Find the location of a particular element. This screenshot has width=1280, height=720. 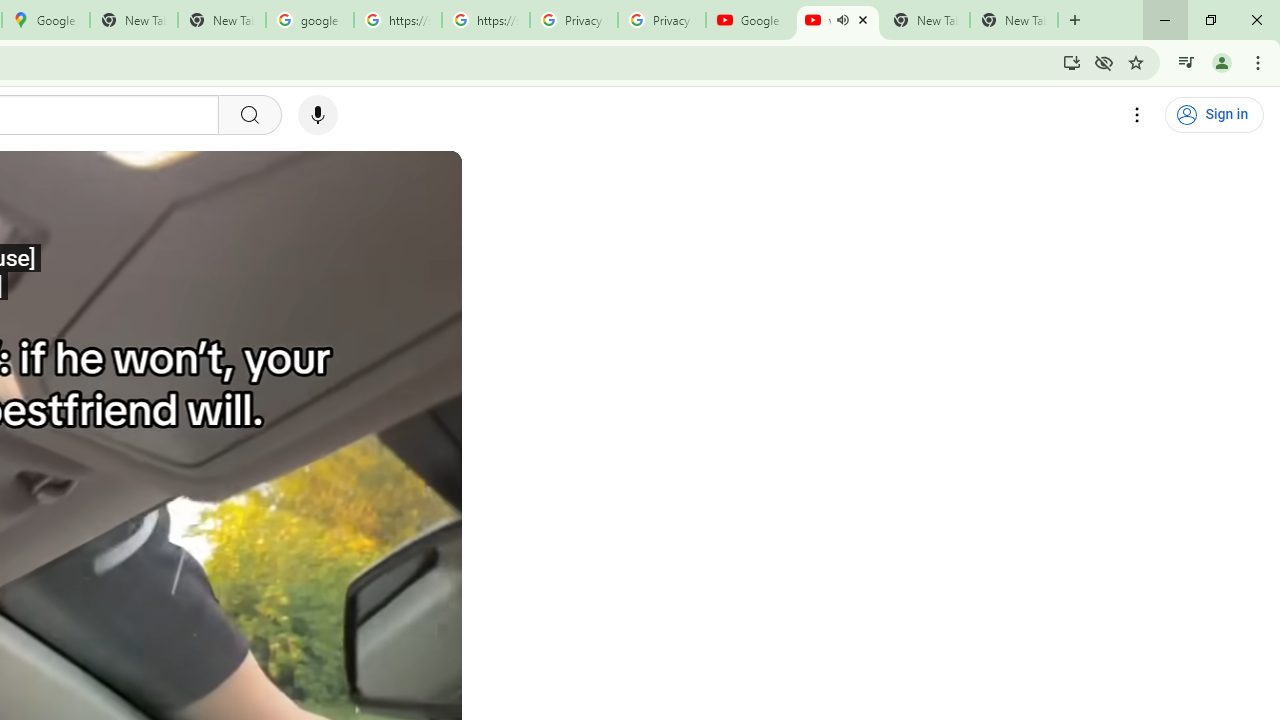

'https://scholar.google.com/' is located at coordinates (485, 20).